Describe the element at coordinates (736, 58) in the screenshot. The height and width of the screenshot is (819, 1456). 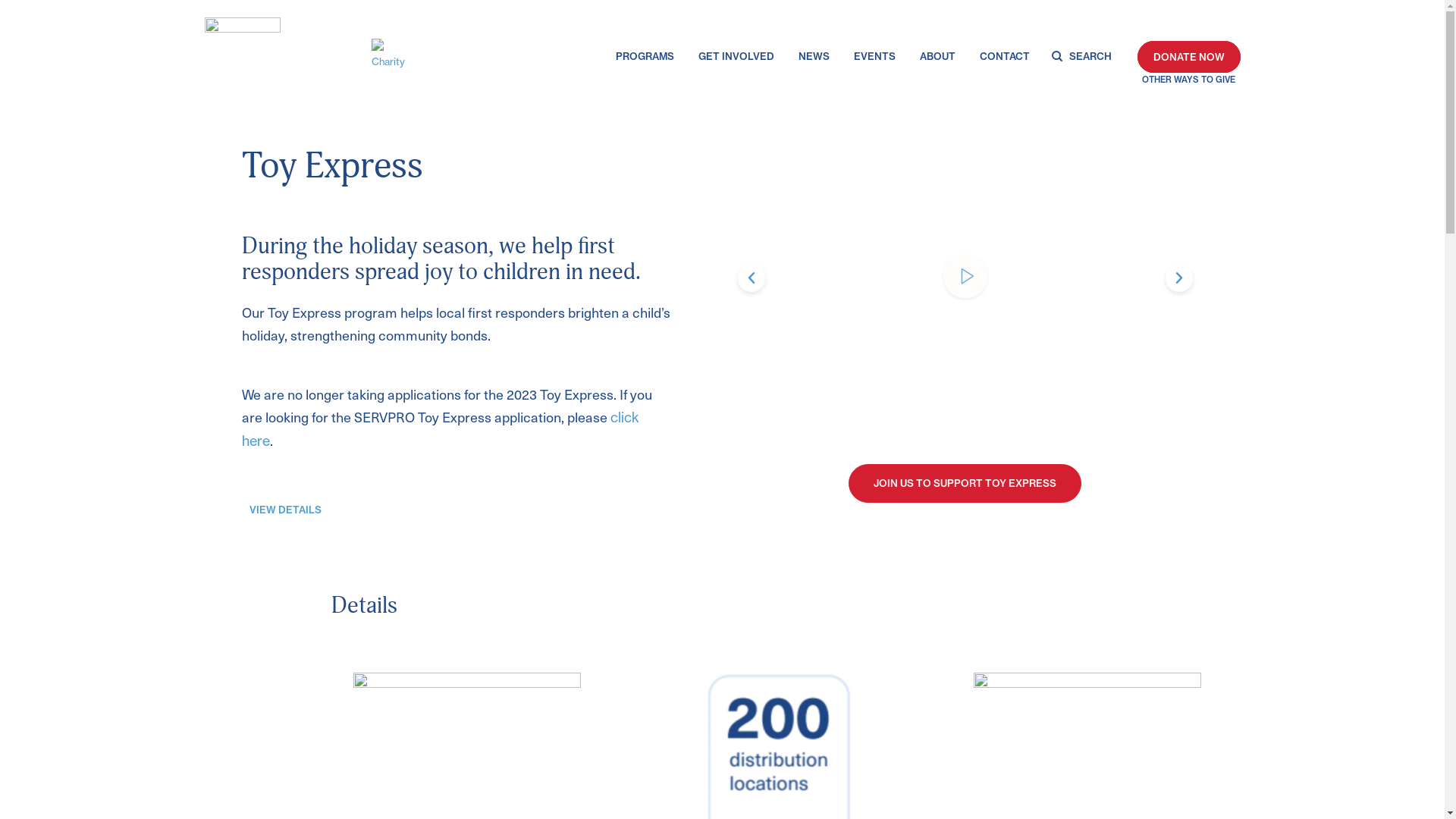
I see `'GET INVOLVED'` at that location.